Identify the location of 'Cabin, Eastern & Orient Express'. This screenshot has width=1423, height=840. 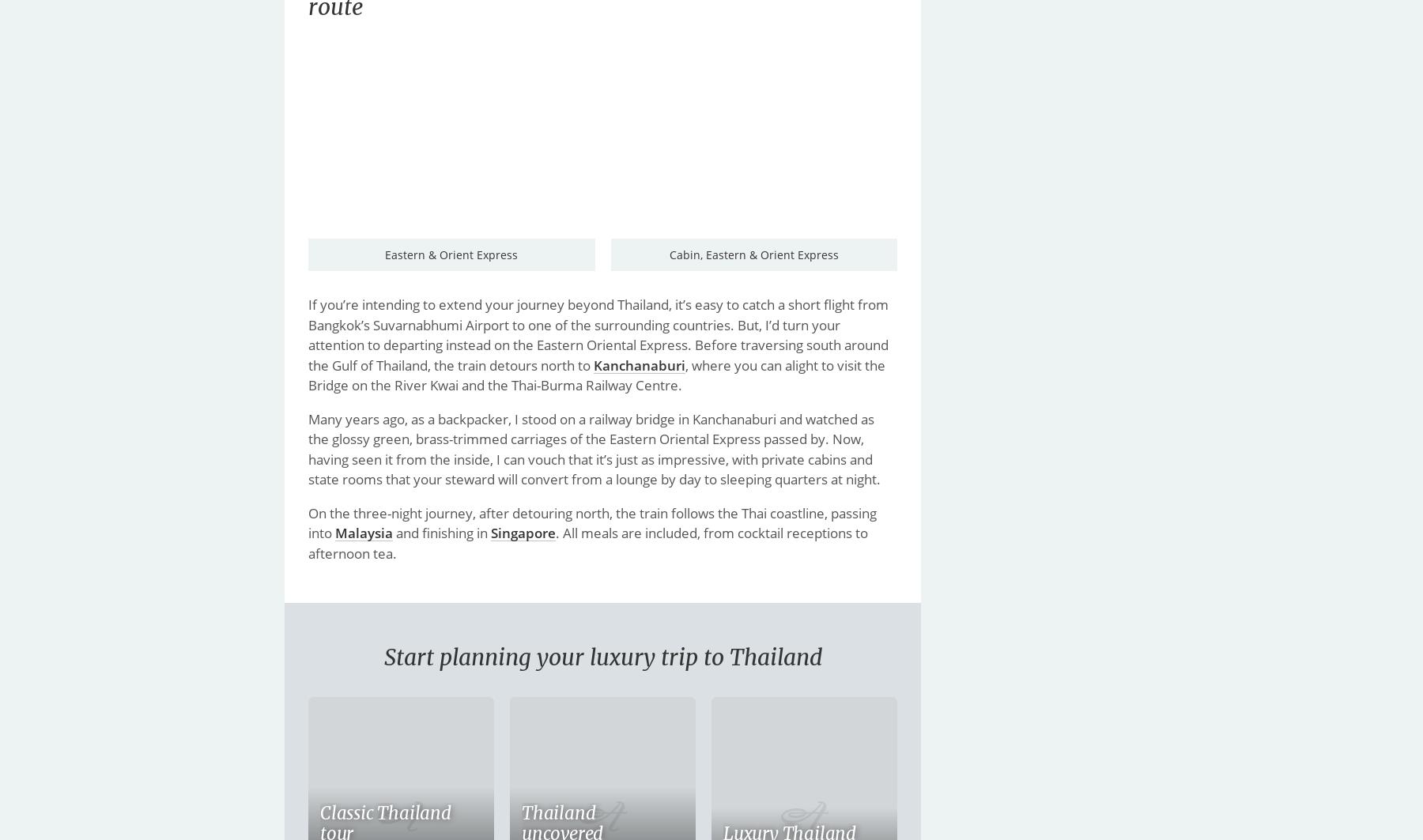
(752, 254).